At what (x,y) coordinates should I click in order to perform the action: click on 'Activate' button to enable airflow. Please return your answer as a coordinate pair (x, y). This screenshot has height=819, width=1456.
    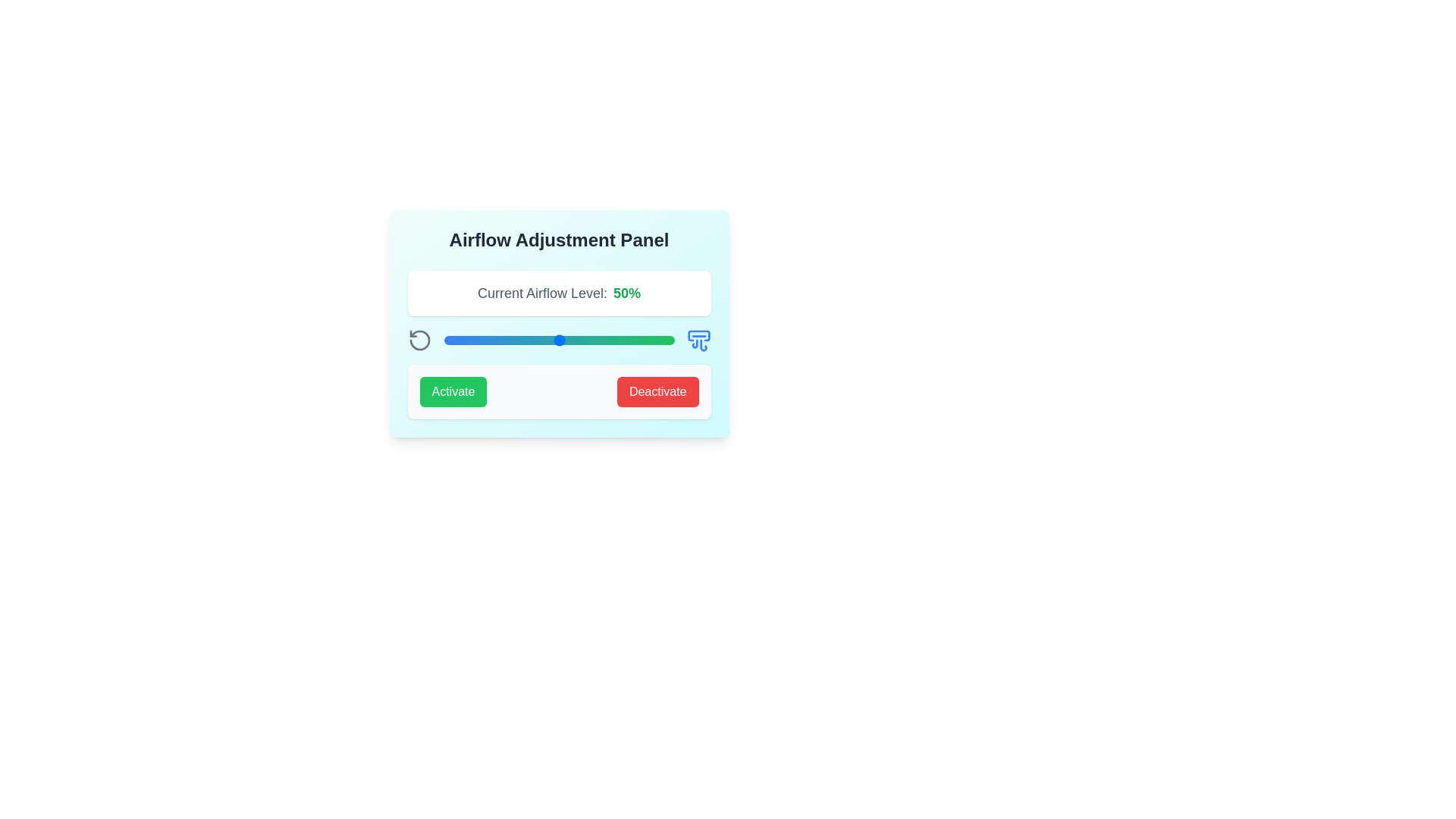
    Looking at the image, I should click on (452, 391).